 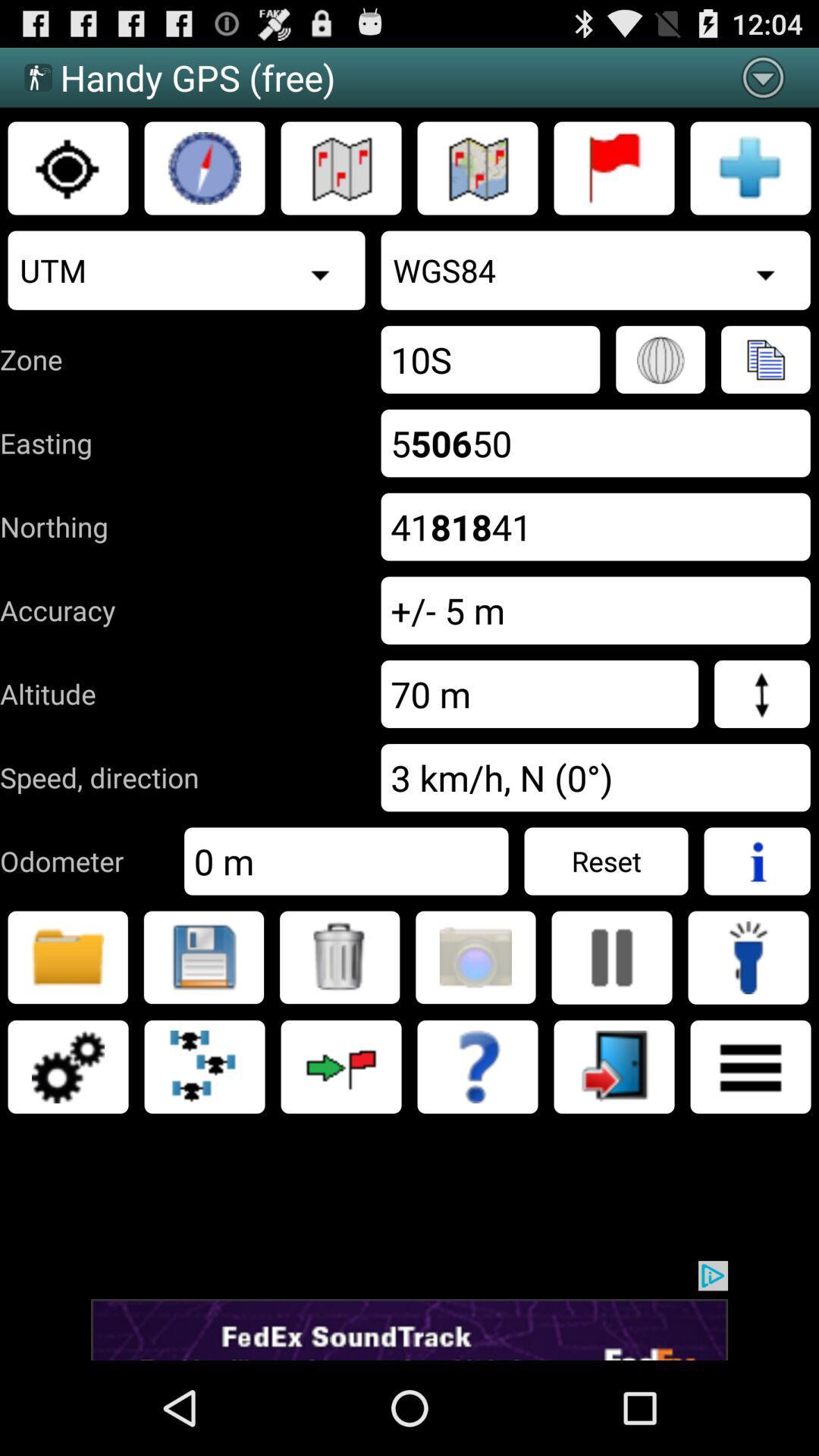 I want to click on the copy icon, so click(x=765, y=384).